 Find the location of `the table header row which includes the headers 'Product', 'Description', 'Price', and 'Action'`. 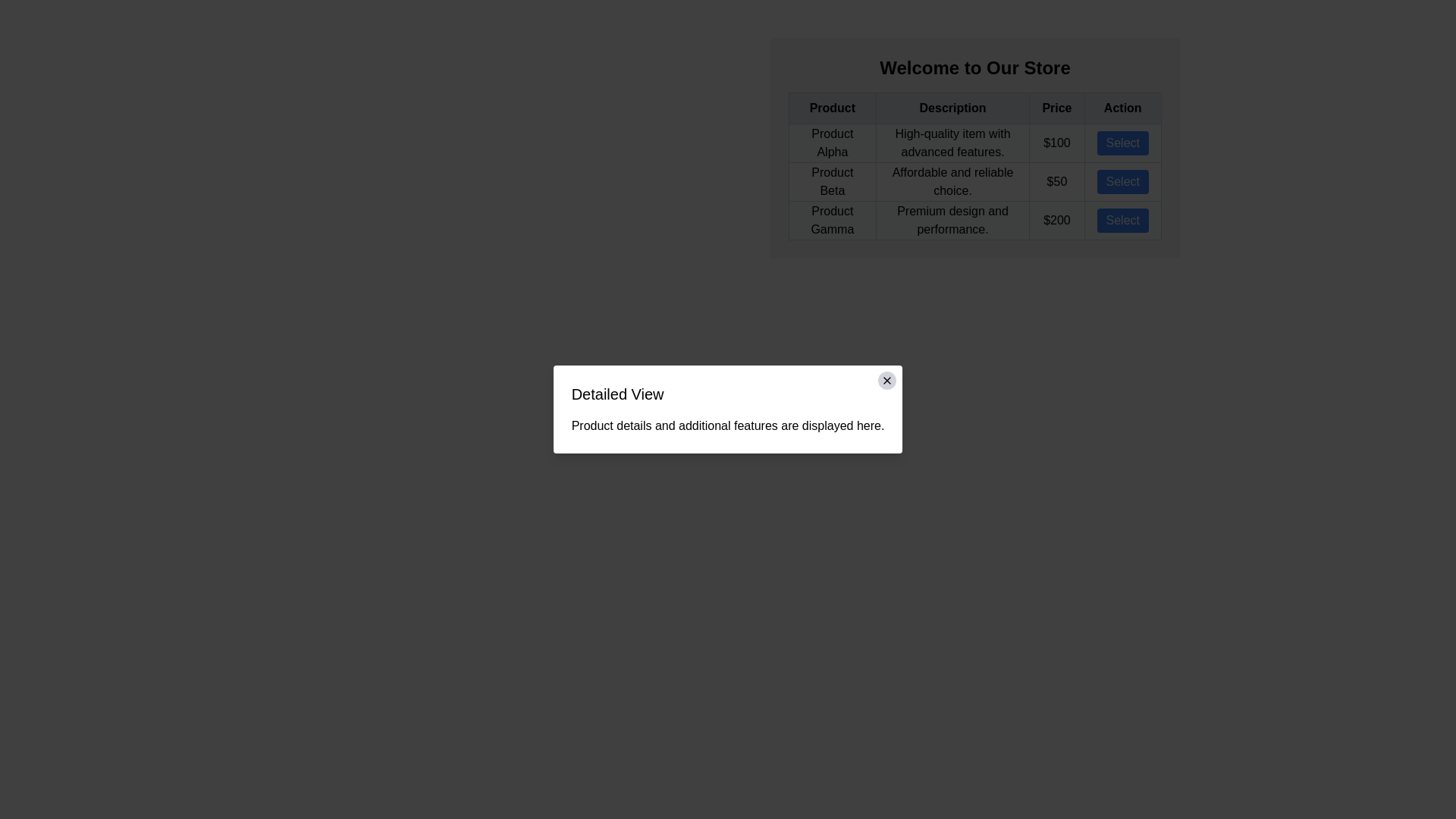

the table header row which includes the headers 'Product', 'Description', 'Price', and 'Action' is located at coordinates (975, 107).